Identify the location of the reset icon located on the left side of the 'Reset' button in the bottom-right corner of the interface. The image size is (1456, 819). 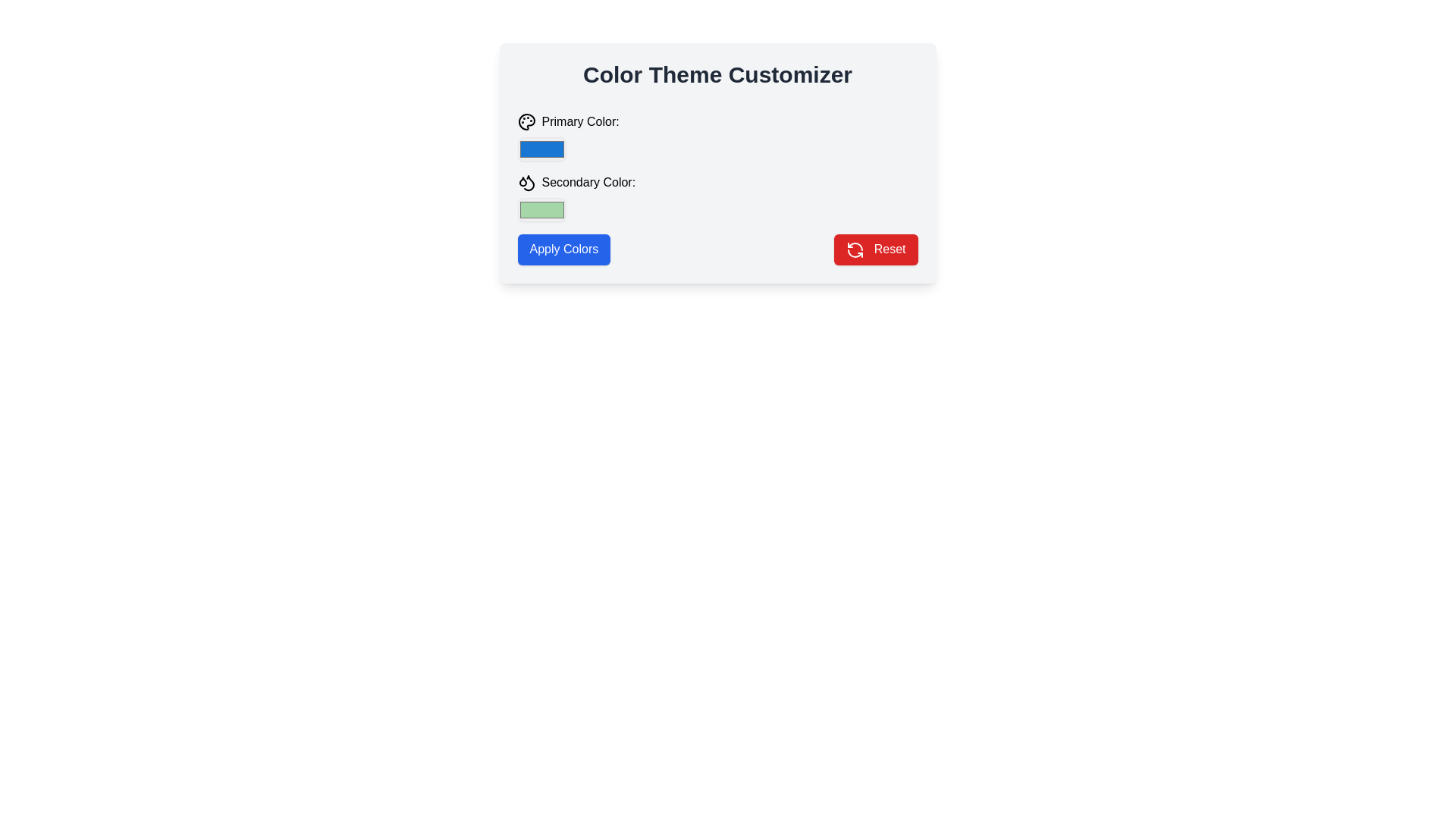
(855, 248).